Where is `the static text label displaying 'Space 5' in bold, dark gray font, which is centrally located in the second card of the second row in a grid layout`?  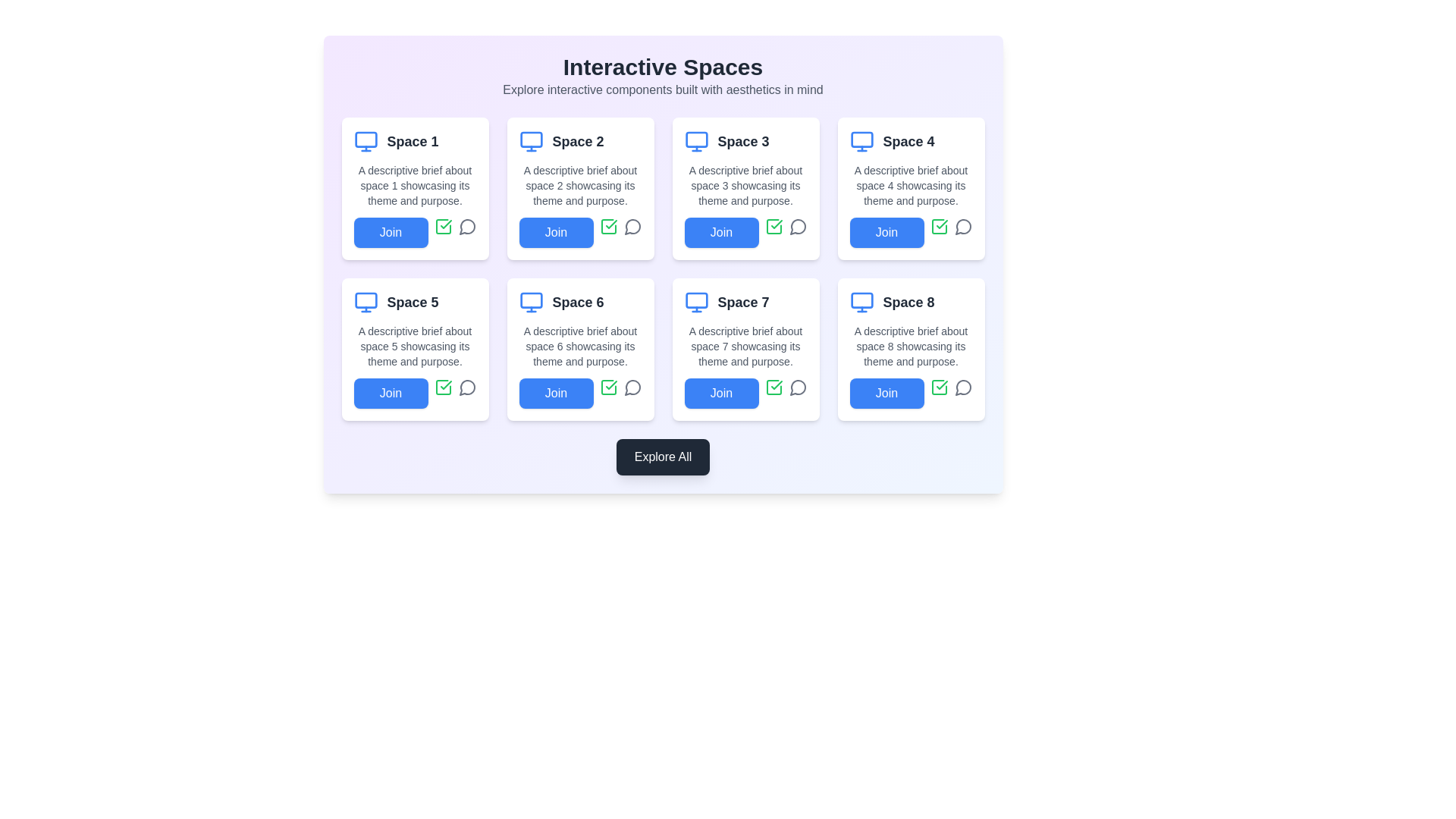 the static text label displaying 'Space 5' in bold, dark gray font, which is centrally located in the second card of the second row in a grid layout is located at coordinates (413, 302).